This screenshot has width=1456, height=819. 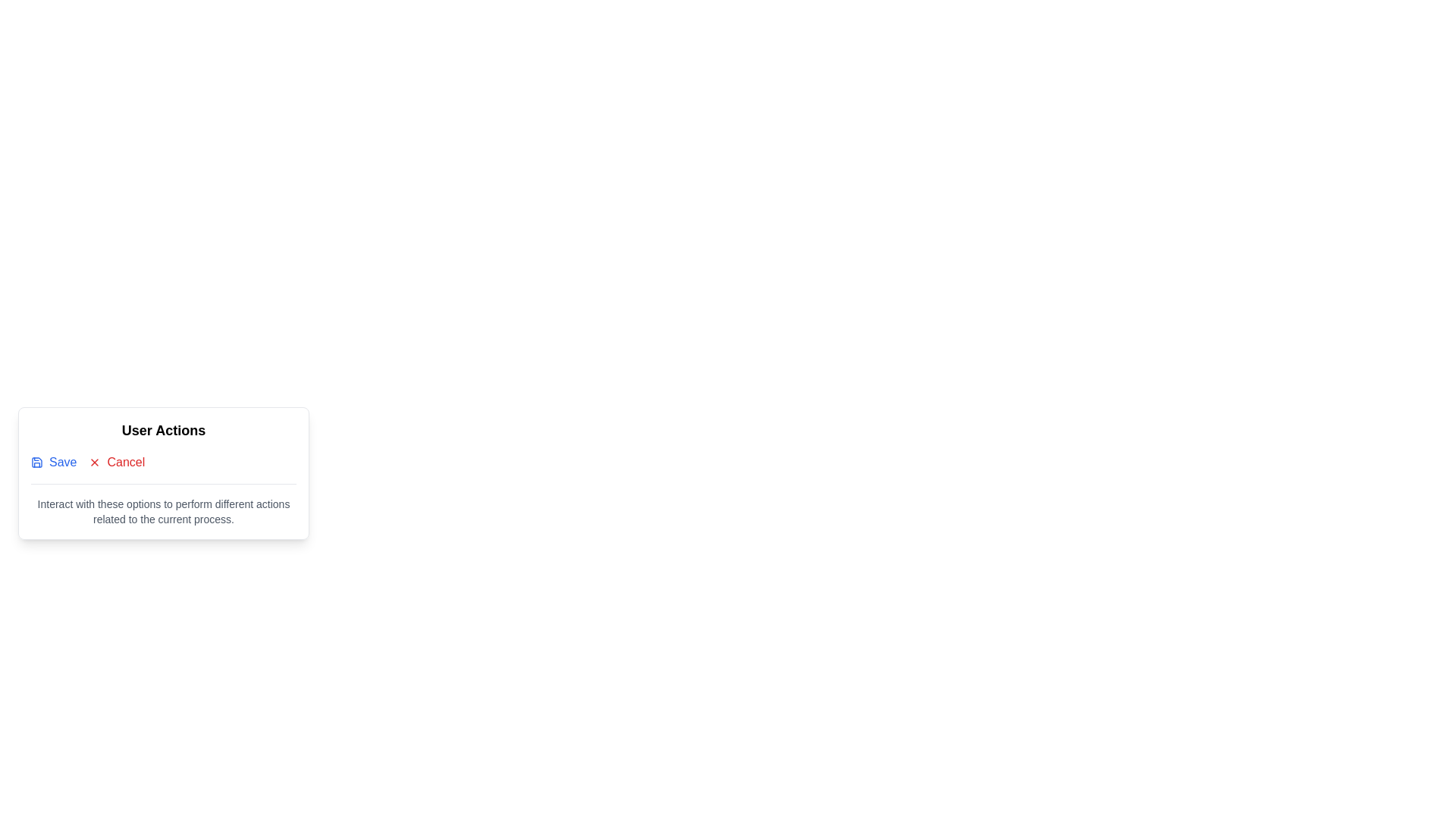 I want to click on the blue outline floppy disk icon representing the Save action, which is part of the Save button located at the top left corner of the User Actions panel, so click(x=36, y=461).